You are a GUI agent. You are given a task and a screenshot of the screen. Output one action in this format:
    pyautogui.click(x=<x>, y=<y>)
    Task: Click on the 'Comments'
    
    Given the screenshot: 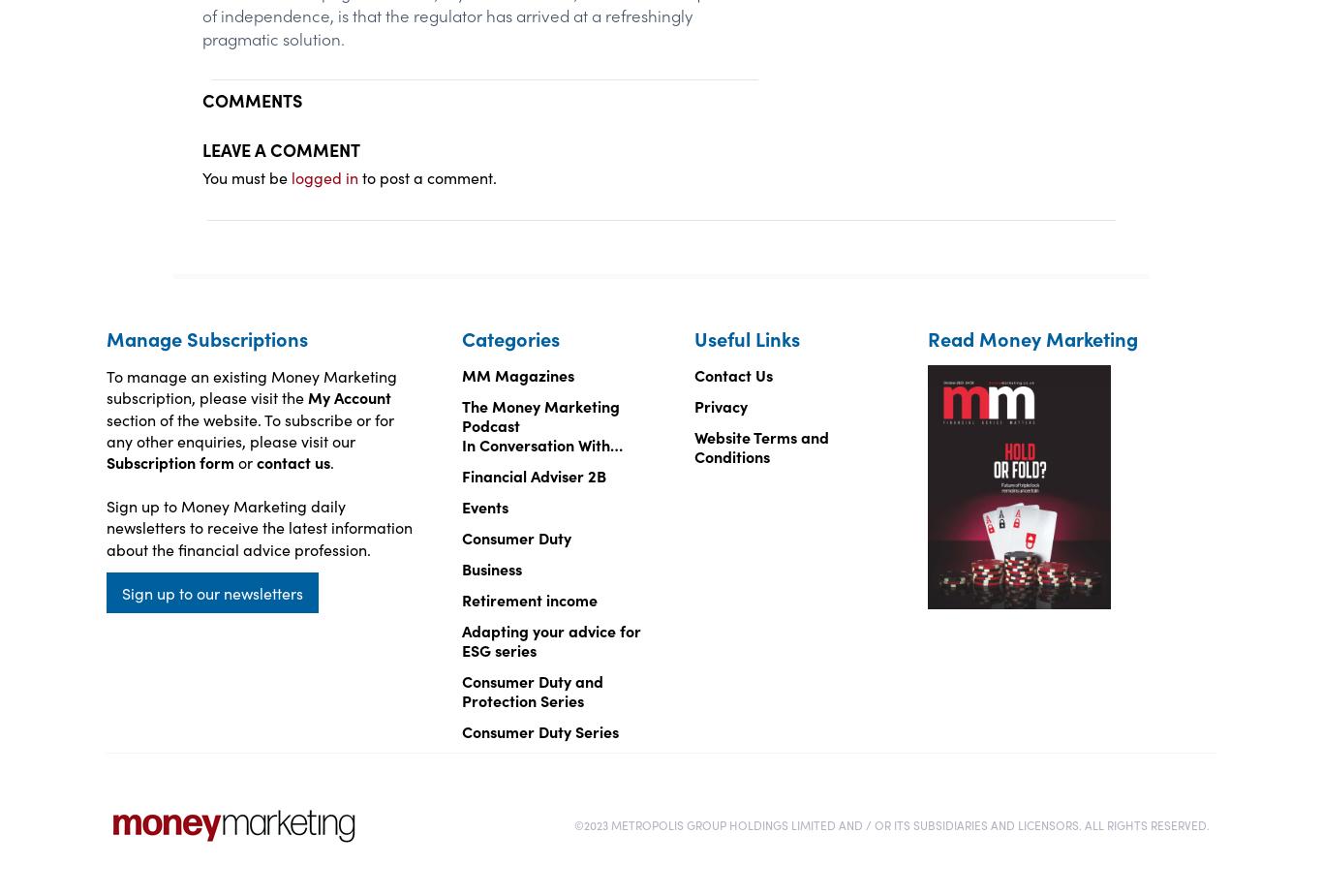 What is the action you would take?
    pyautogui.click(x=252, y=99)
    